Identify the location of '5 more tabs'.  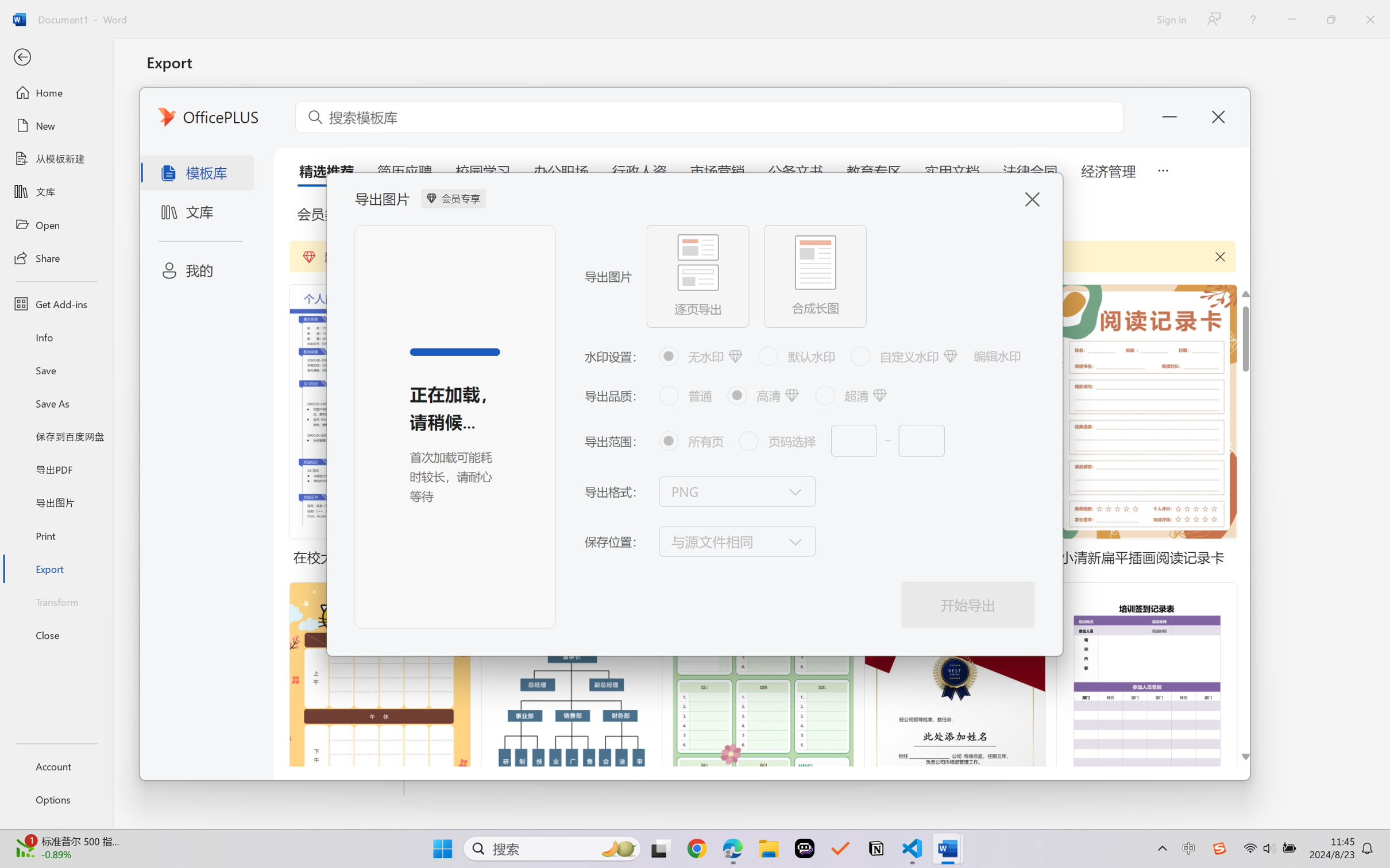
(1163, 169).